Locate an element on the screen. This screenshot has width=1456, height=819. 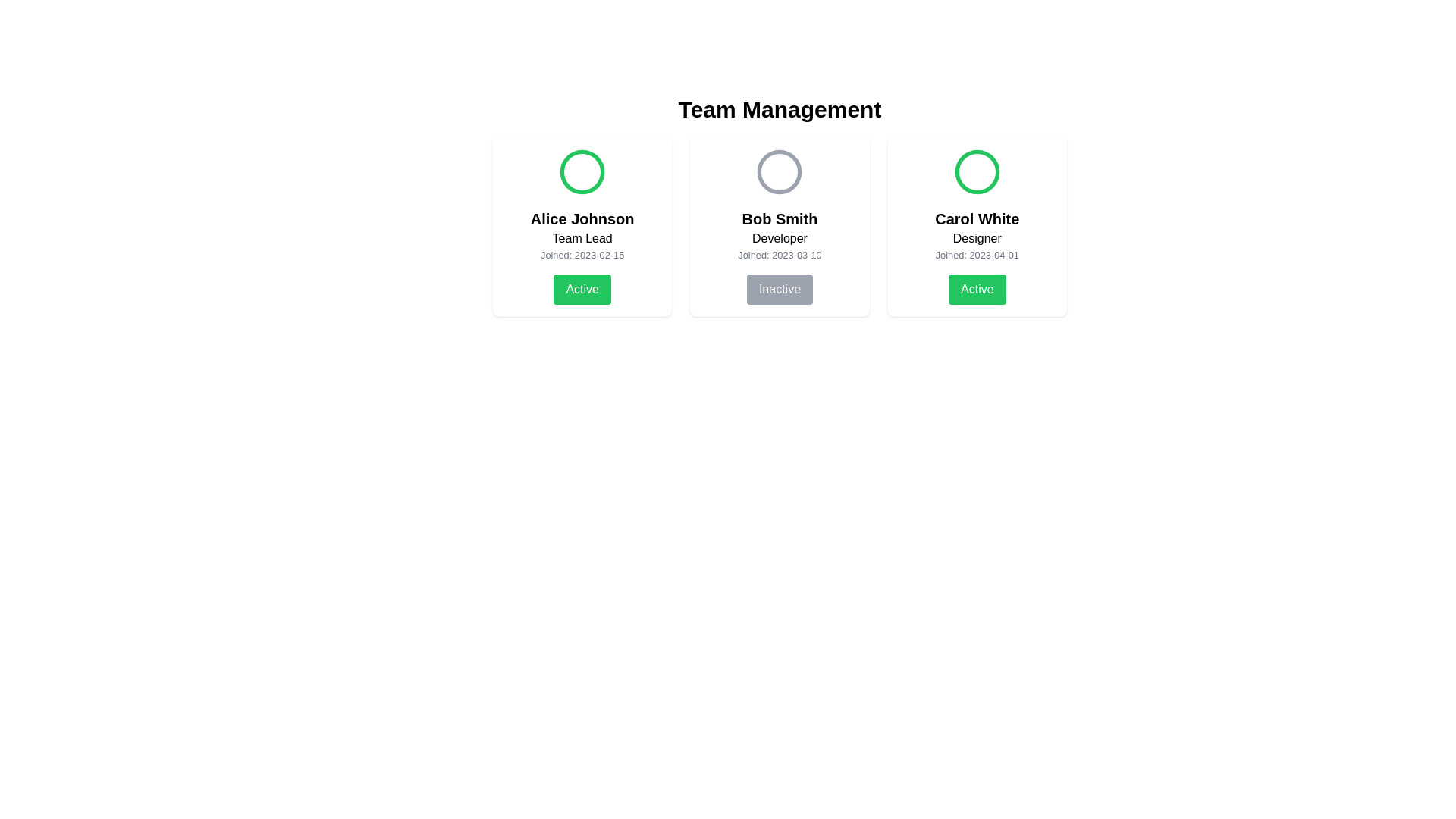
the green button labeled 'Active' located at the bottom of the card for 'Carol White, Designer' is located at coordinates (976, 289).